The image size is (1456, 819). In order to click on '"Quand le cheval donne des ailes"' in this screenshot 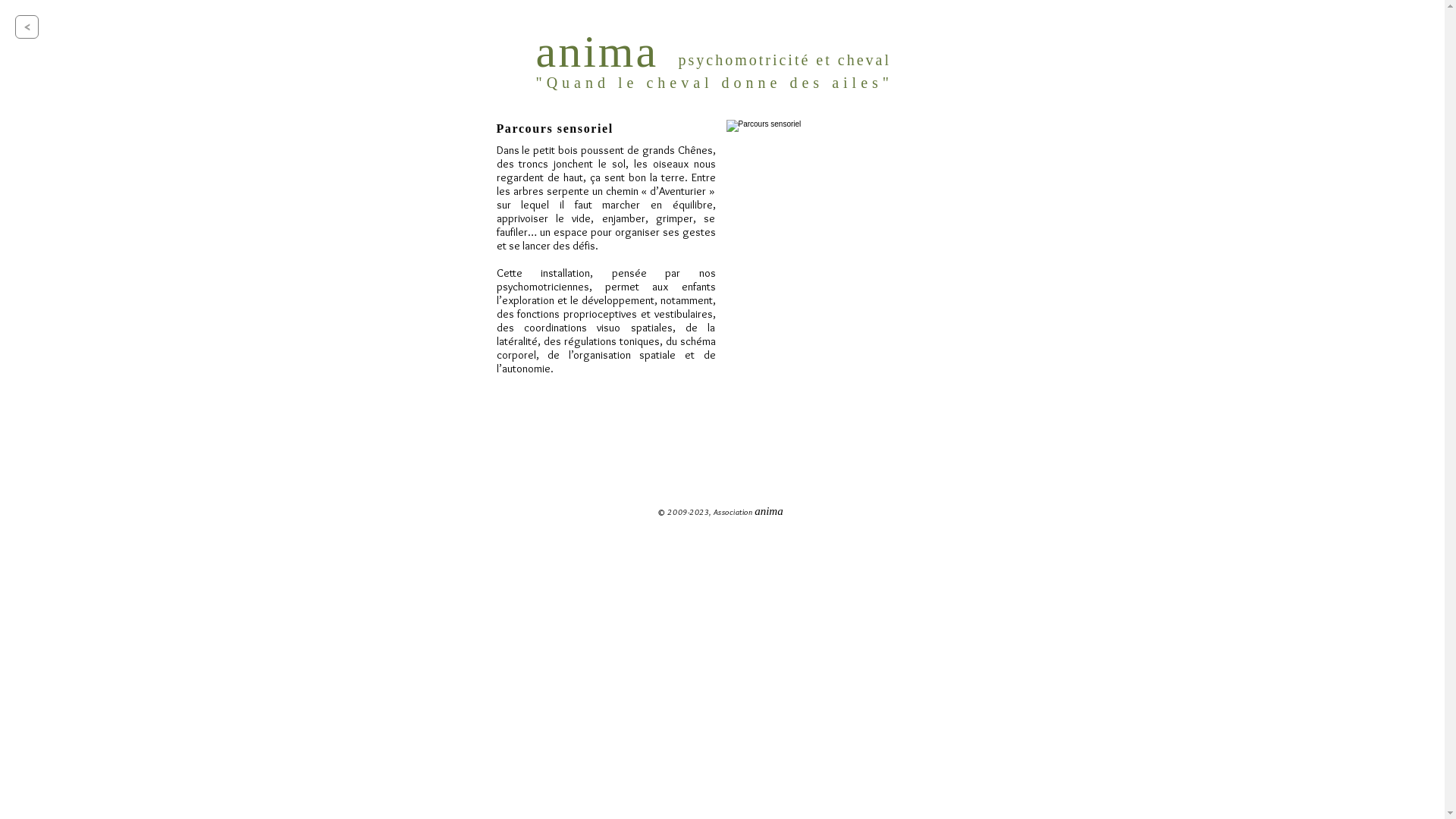, I will do `click(535, 82)`.